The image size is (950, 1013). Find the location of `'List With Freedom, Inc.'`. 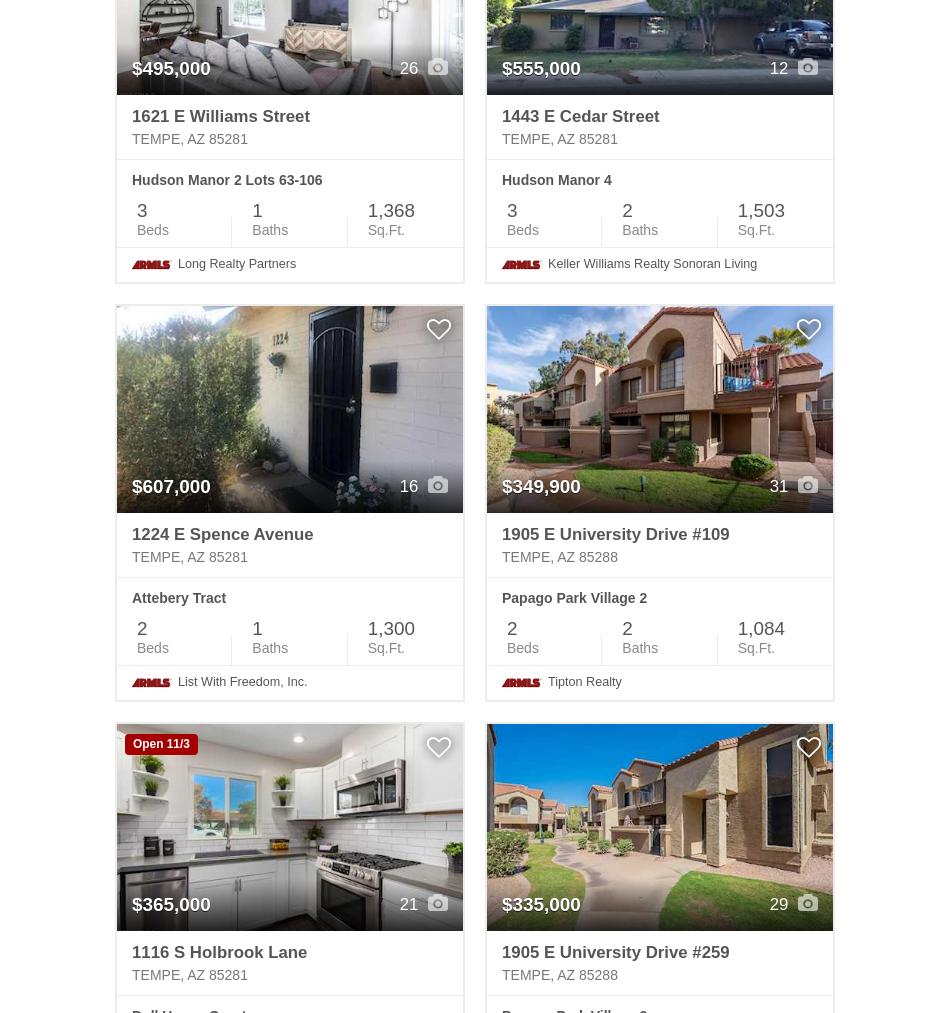

'List With Freedom, Inc.' is located at coordinates (178, 680).